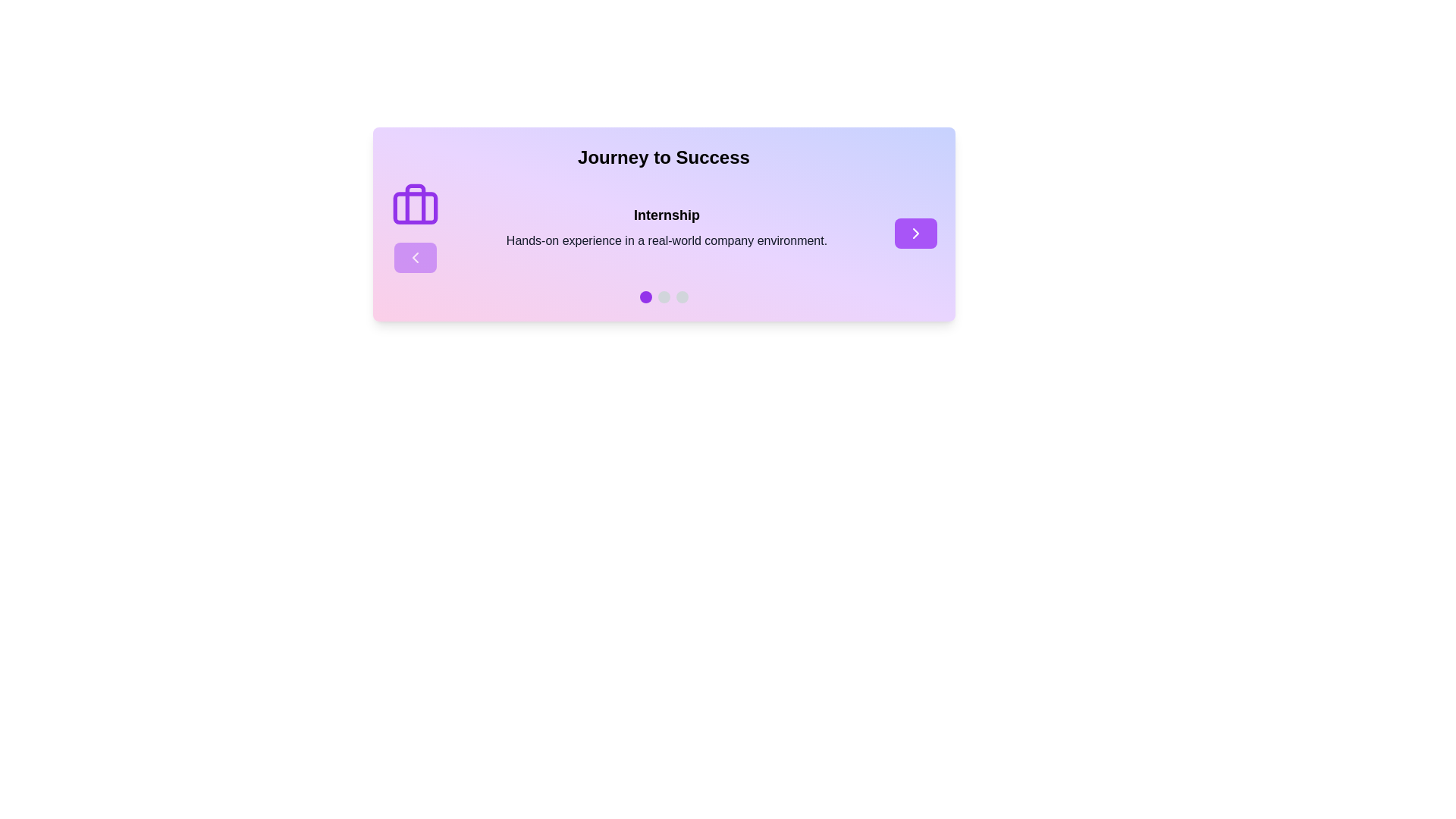 This screenshot has width=1456, height=819. What do you see at coordinates (915, 234) in the screenshot?
I see `the right-pointing arrow icon, which is a triangular navigation indicator located in a button in the right-middle portion of the card component` at bounding box center [915, 234].